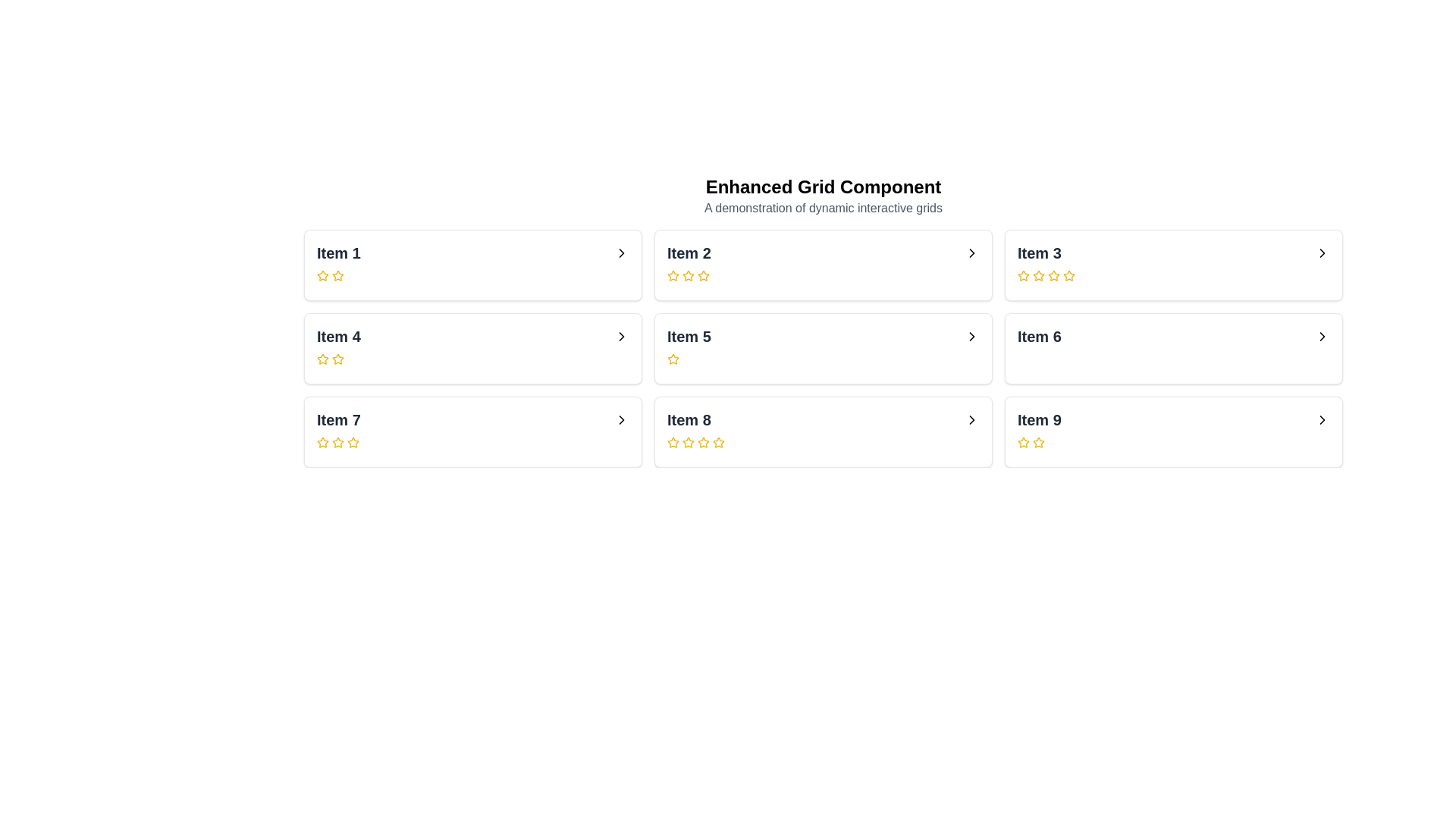  What do you see at coordinates (673, 359) in the screenshot?
I see `the highlighted yellow star icon in the rating row under 'Item 5'` at bounding box center [673, 359].